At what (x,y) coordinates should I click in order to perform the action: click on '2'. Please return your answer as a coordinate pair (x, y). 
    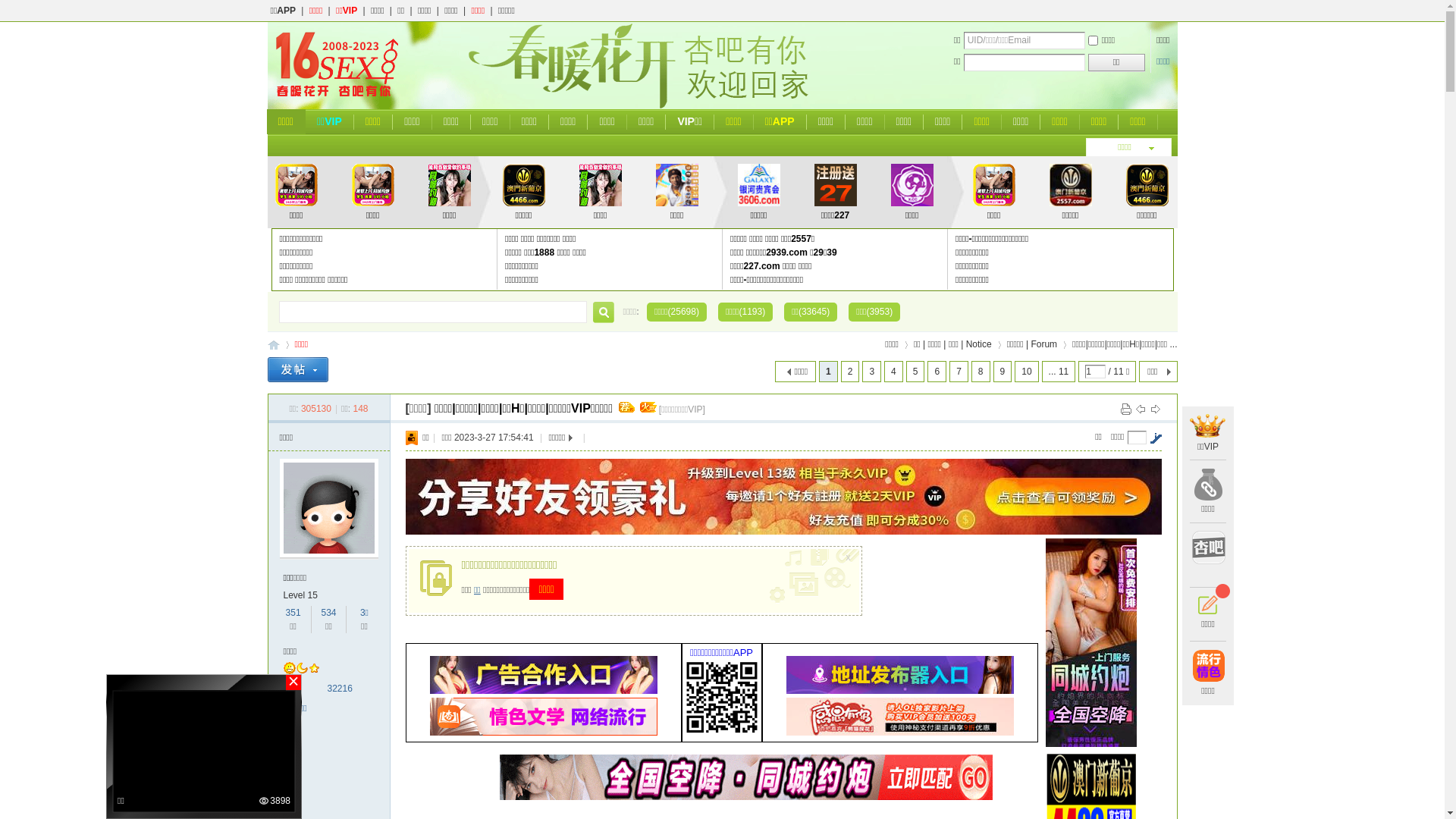
    Looking at the image, I should click on (850, 371).